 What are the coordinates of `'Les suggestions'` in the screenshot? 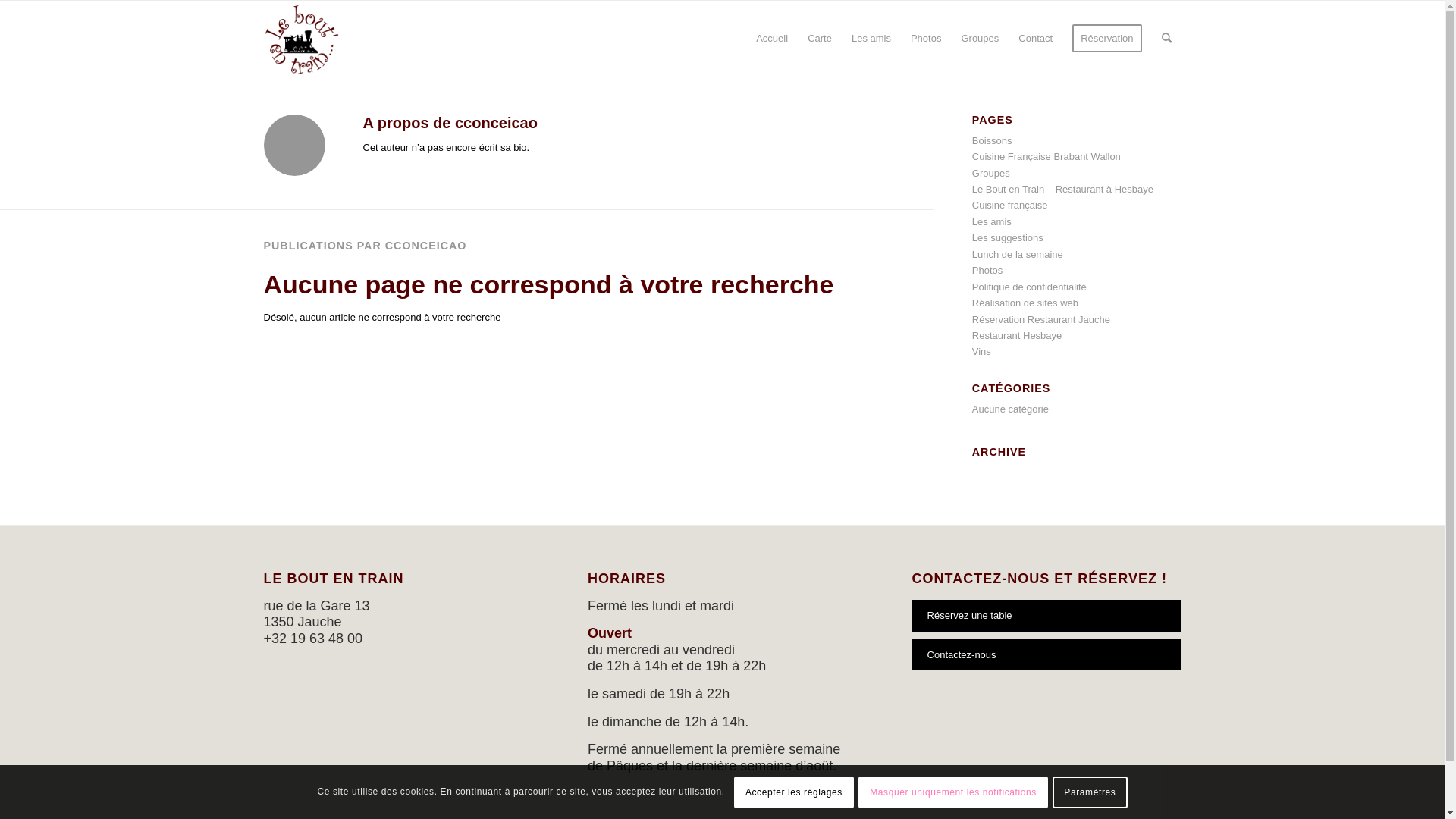 It's located at (1008, 237).